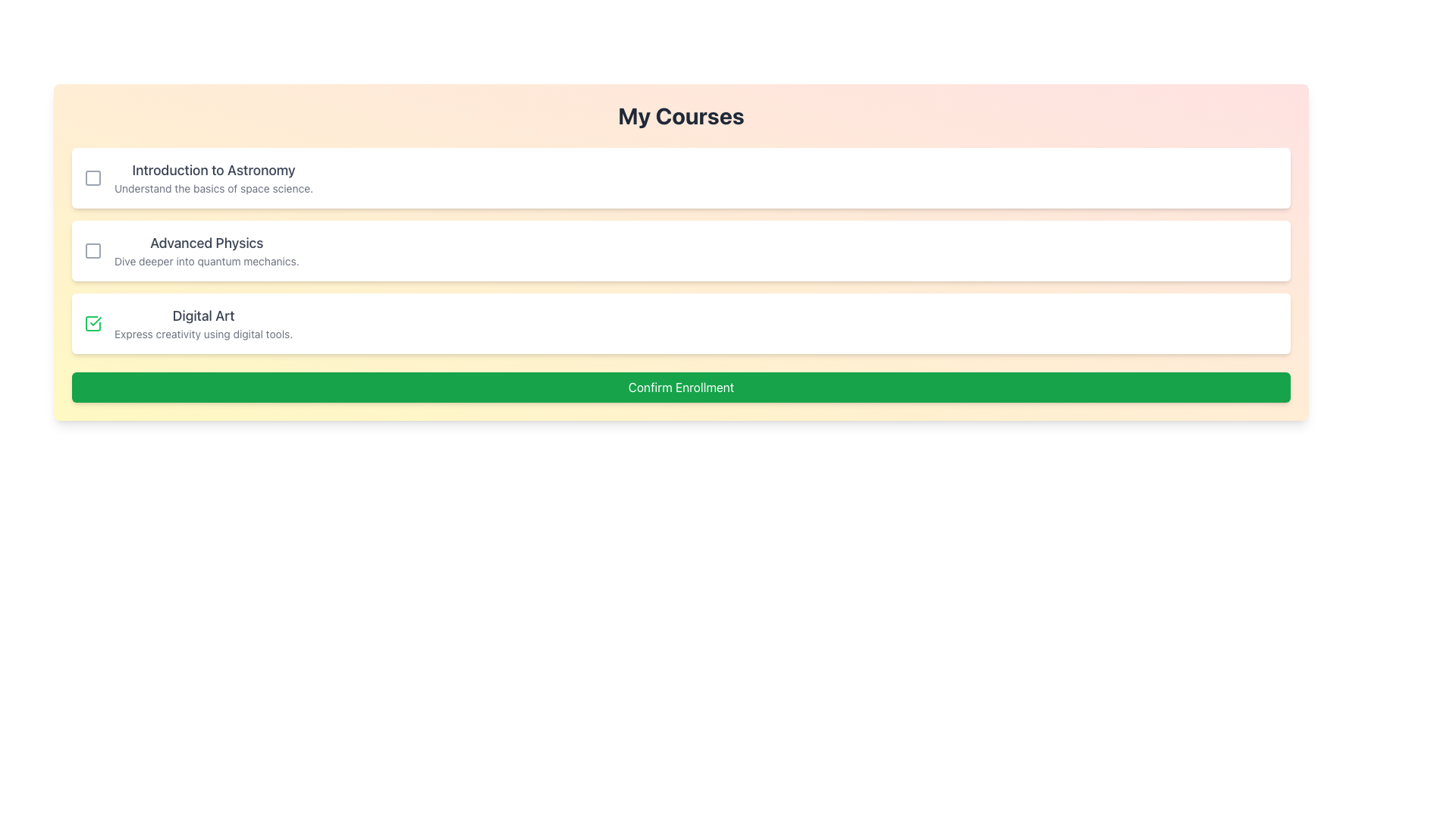 The image size is (1456, 819). I want to click on first line of the text block titled 'Digital Art' which is prominently displayed as a heading in the 'My Courses' section, so click(202, 323).